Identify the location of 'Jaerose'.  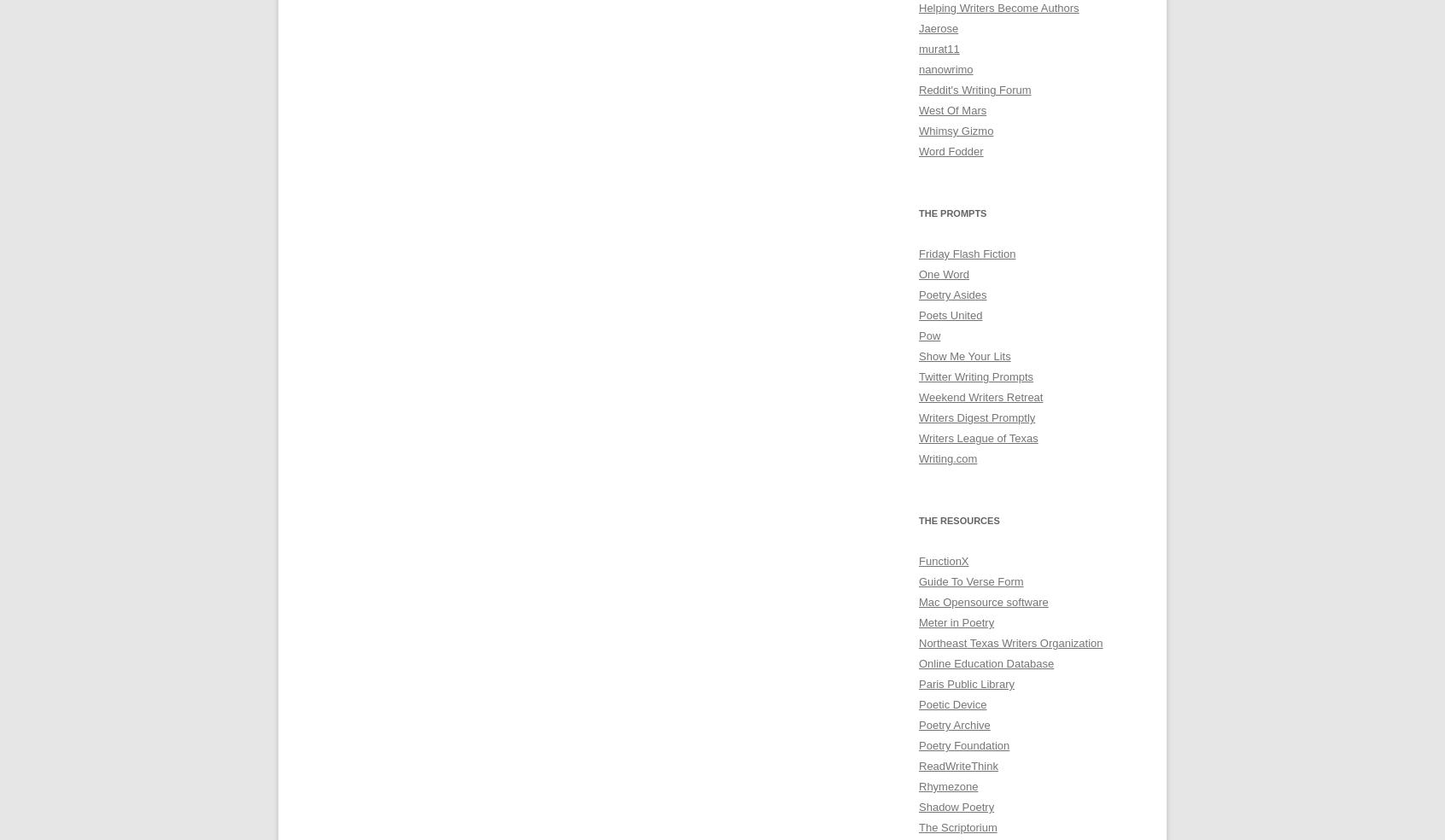
(938, 27).